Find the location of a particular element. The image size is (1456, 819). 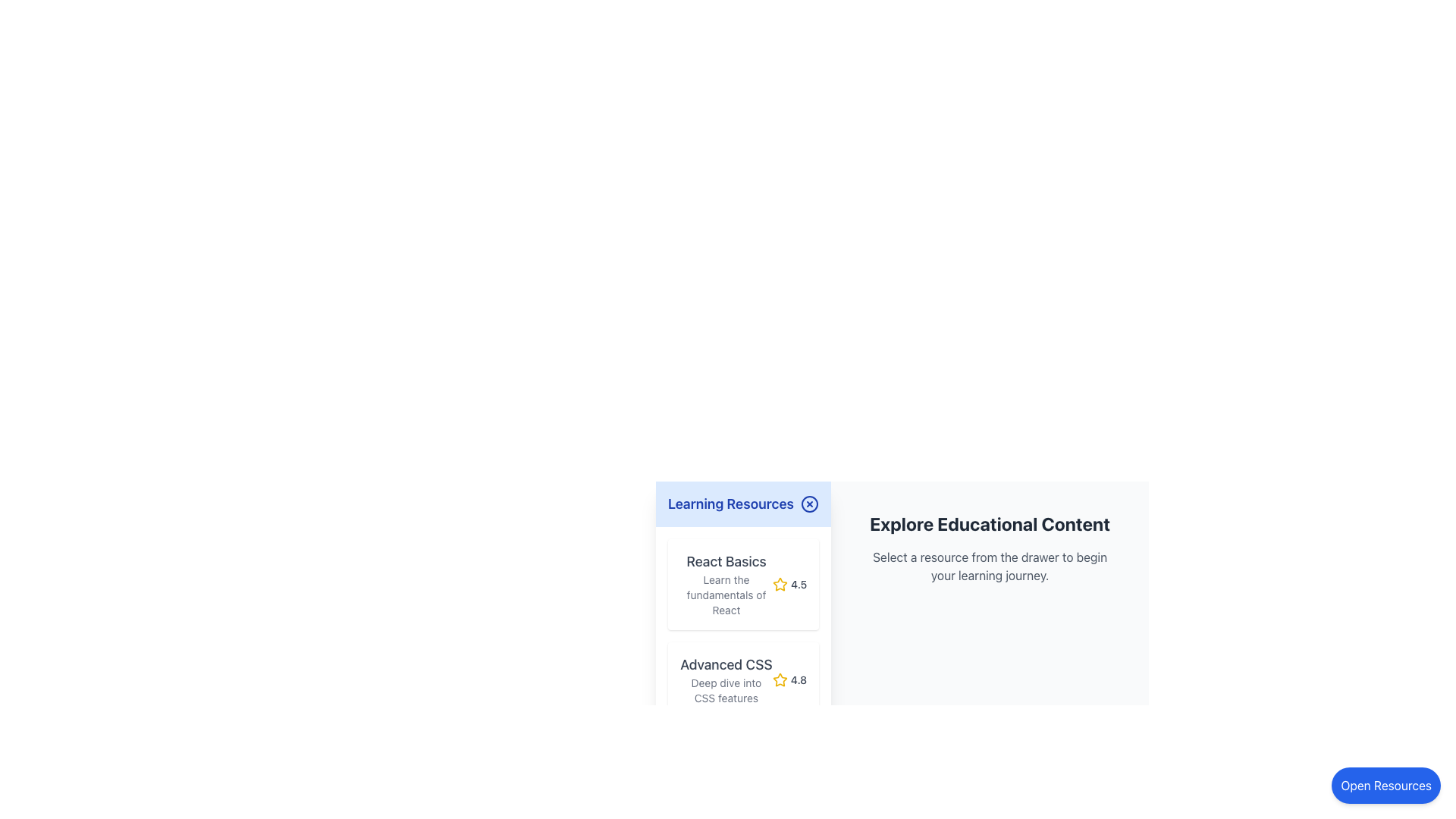

the star icon that displays the rating for the 'React Basics' course, located to the right of the descriptive text and below the main heading 'React Basics' is located at coordinates (789, 584).